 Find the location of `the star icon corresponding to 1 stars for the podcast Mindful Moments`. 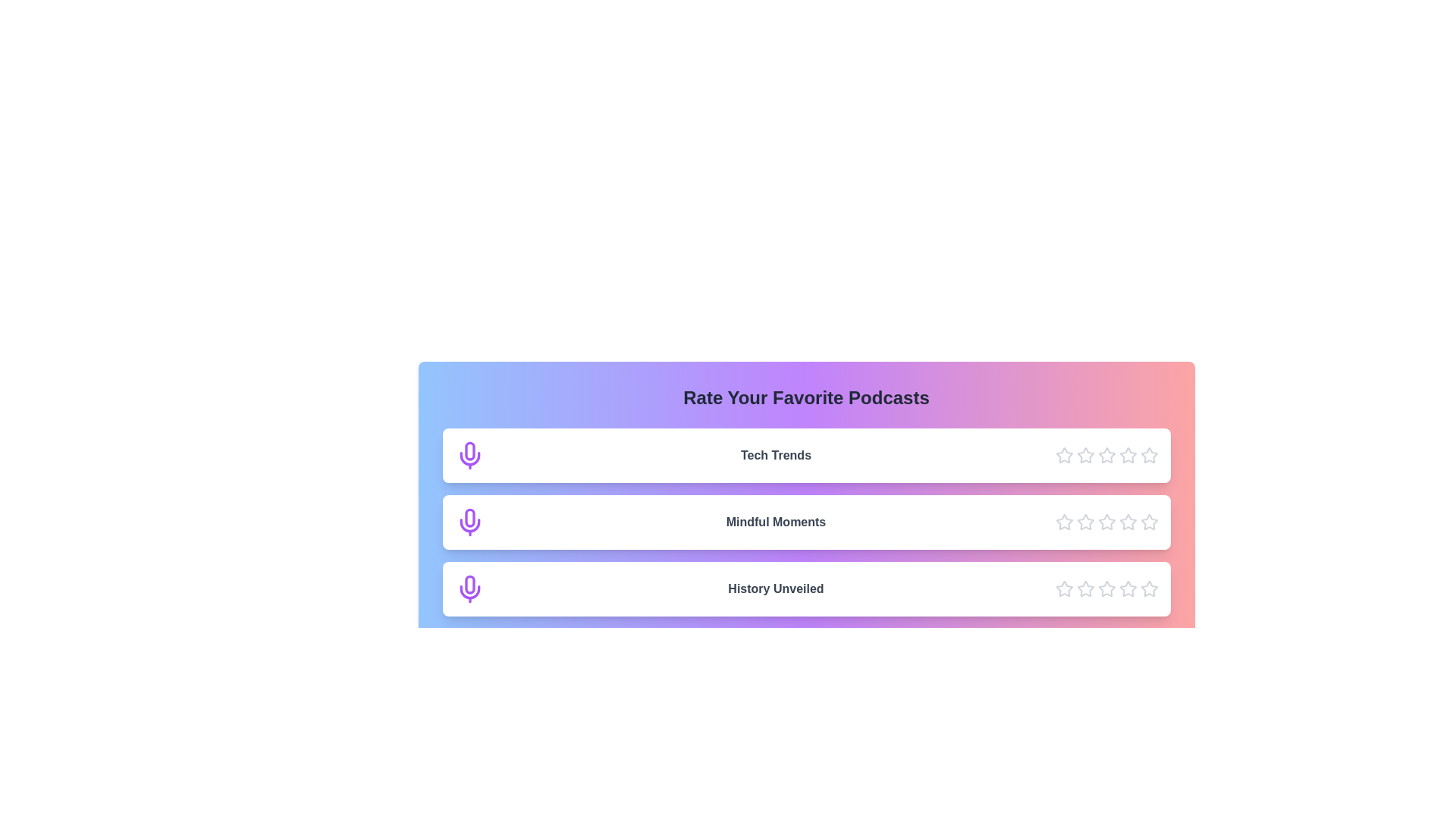

the star icon corresponding to 1 stars for the podcast Mindful Moments is located at coordinates (1063, 522).